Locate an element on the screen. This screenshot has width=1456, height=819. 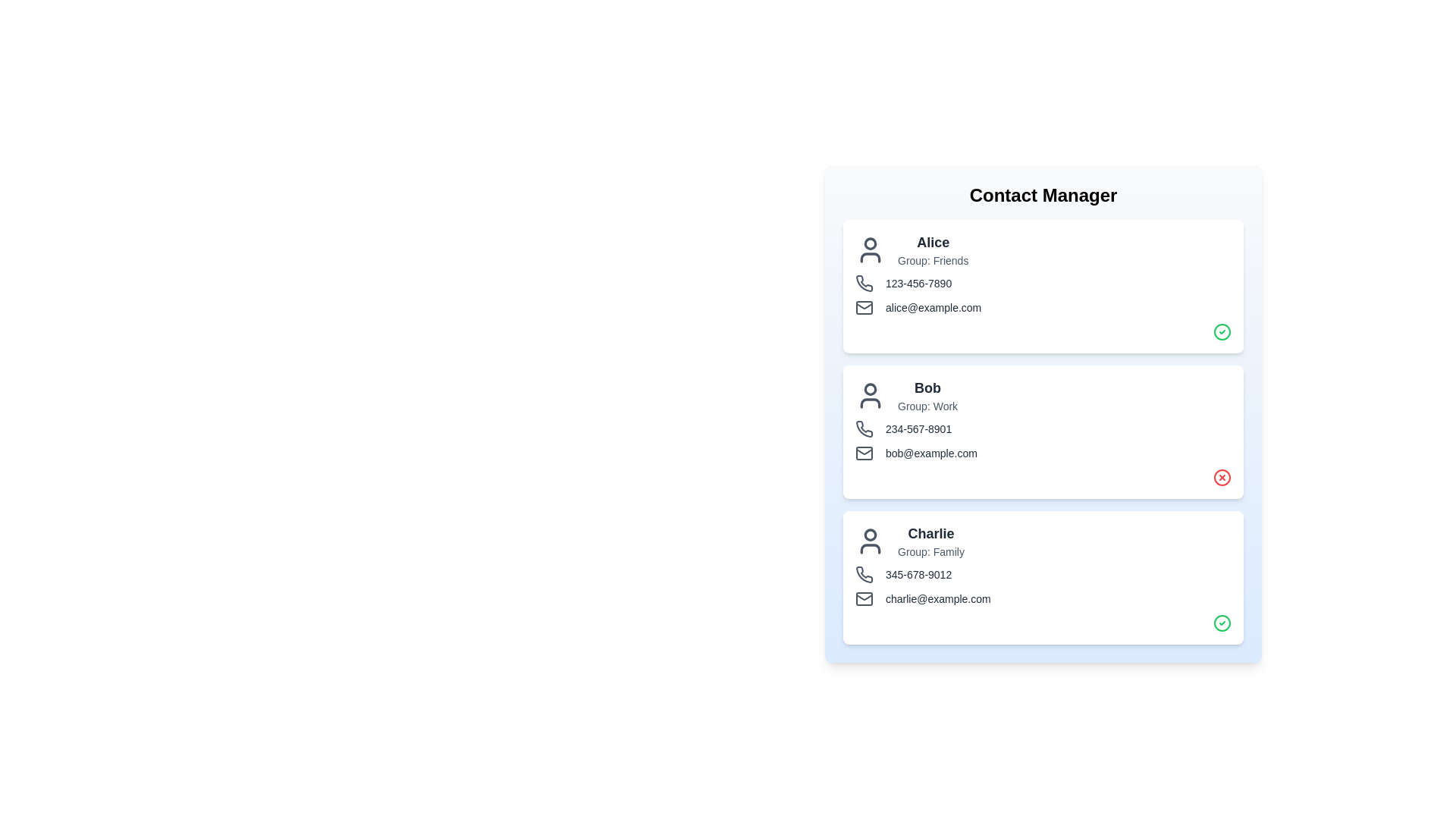
the contact card to view its details is located at coordinates (1043, 287).